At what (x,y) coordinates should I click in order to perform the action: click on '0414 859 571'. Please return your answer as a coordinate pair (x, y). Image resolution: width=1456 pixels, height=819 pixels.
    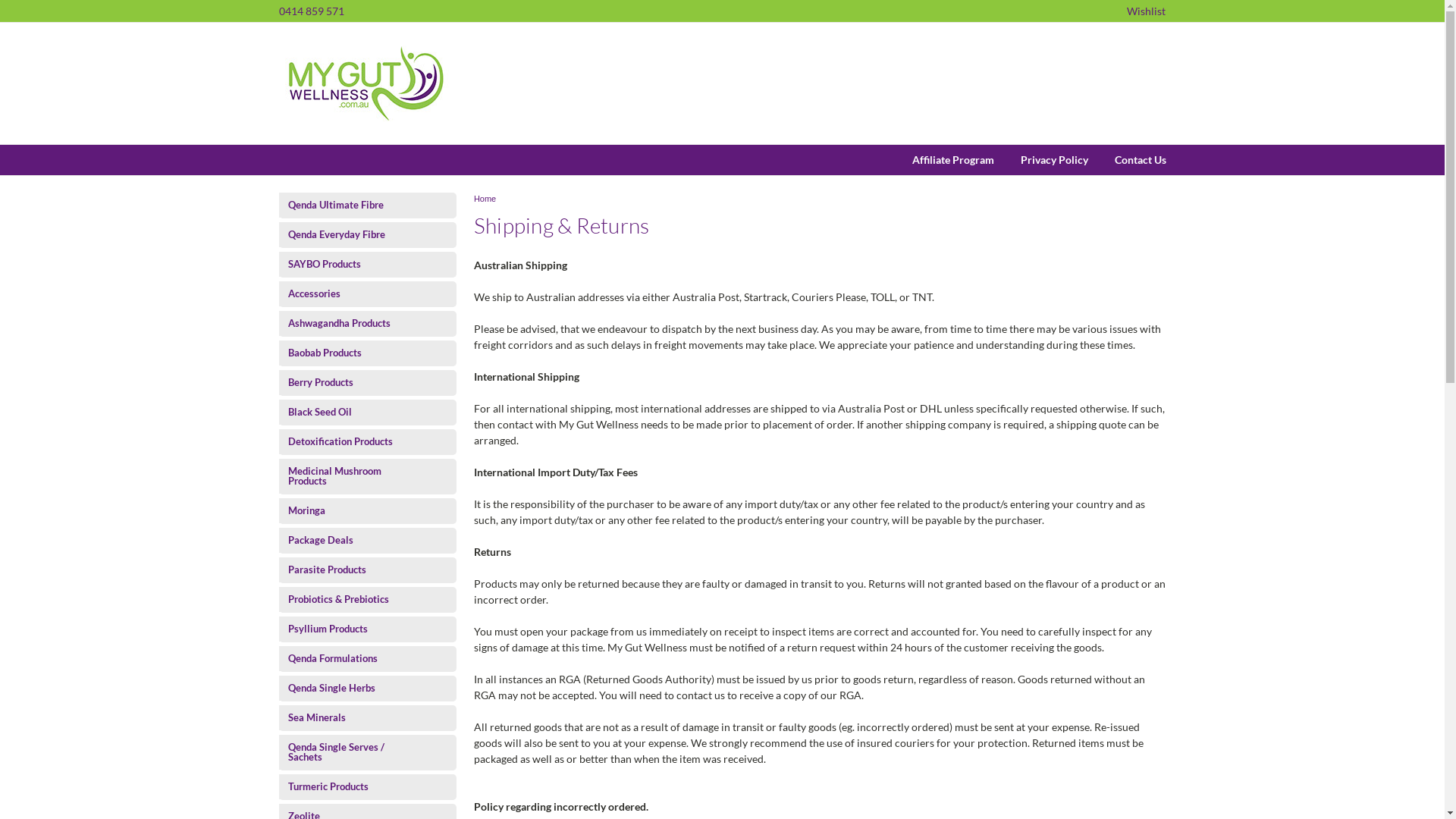
    Looking at the image, I should click on (311, 11).